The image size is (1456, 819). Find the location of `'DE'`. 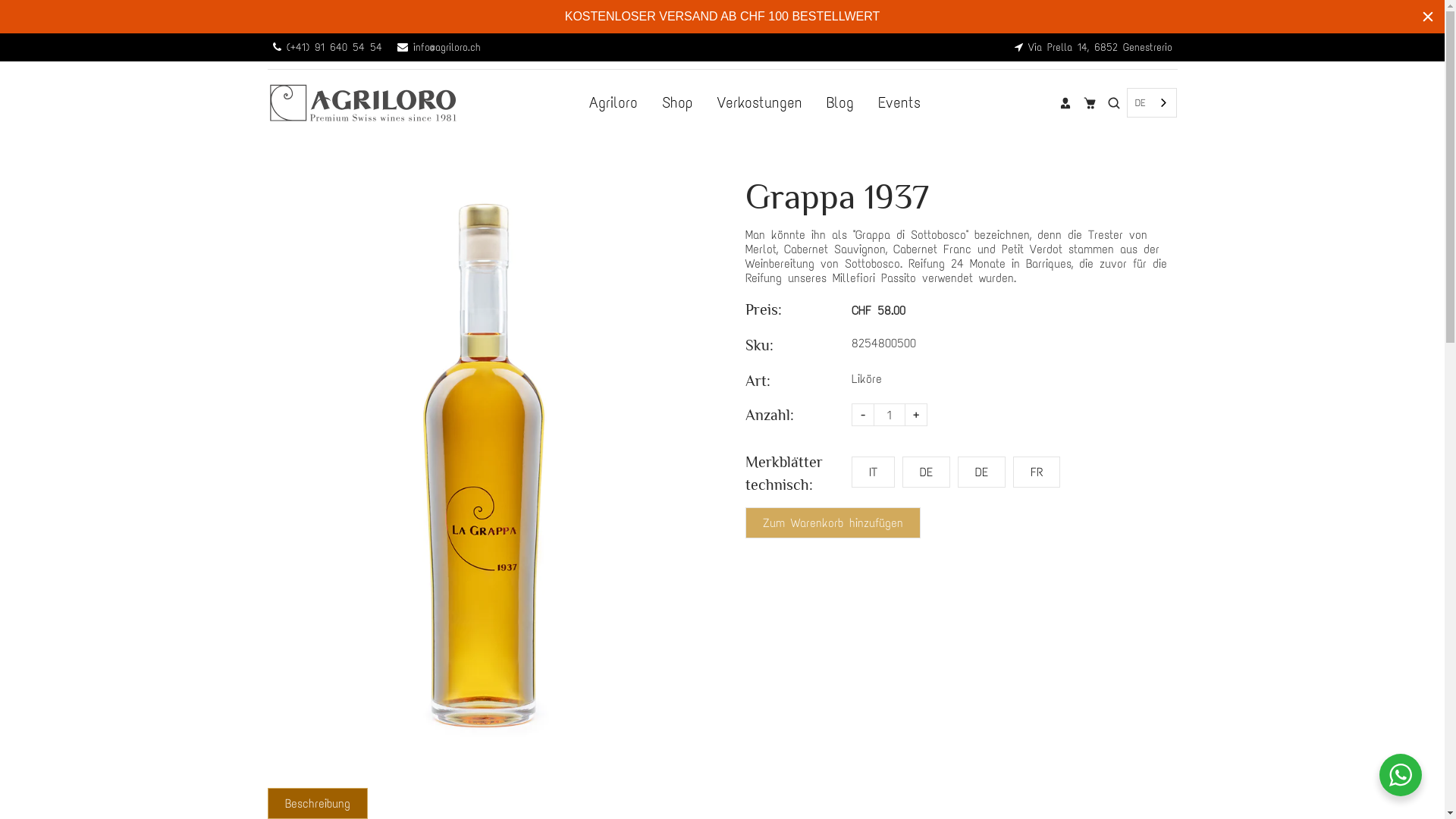

'DE' is located at coordinates (925, 471).